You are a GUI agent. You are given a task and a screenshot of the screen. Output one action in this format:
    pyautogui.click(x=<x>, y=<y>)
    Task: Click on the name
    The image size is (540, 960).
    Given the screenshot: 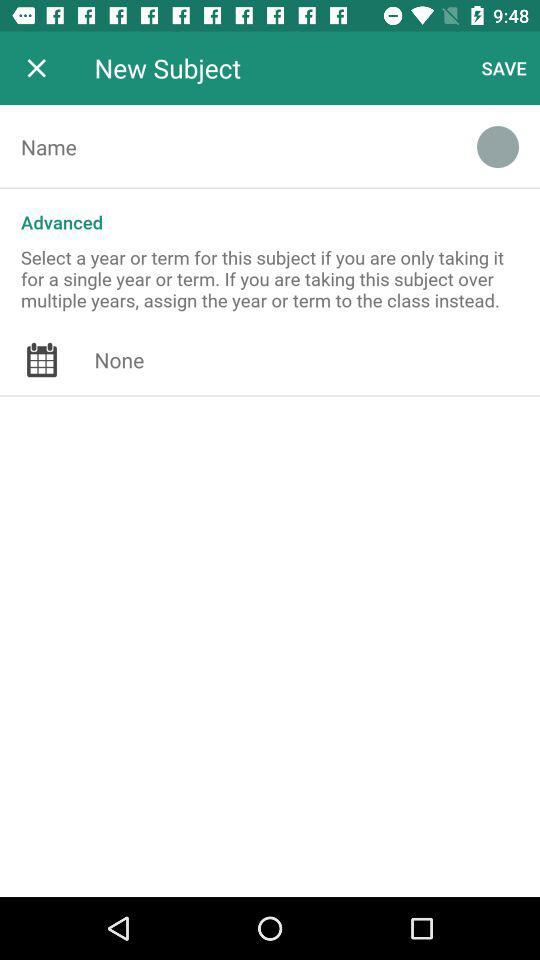 What is the action you would take?
    pyautogui.click(x=226, y=145)
    